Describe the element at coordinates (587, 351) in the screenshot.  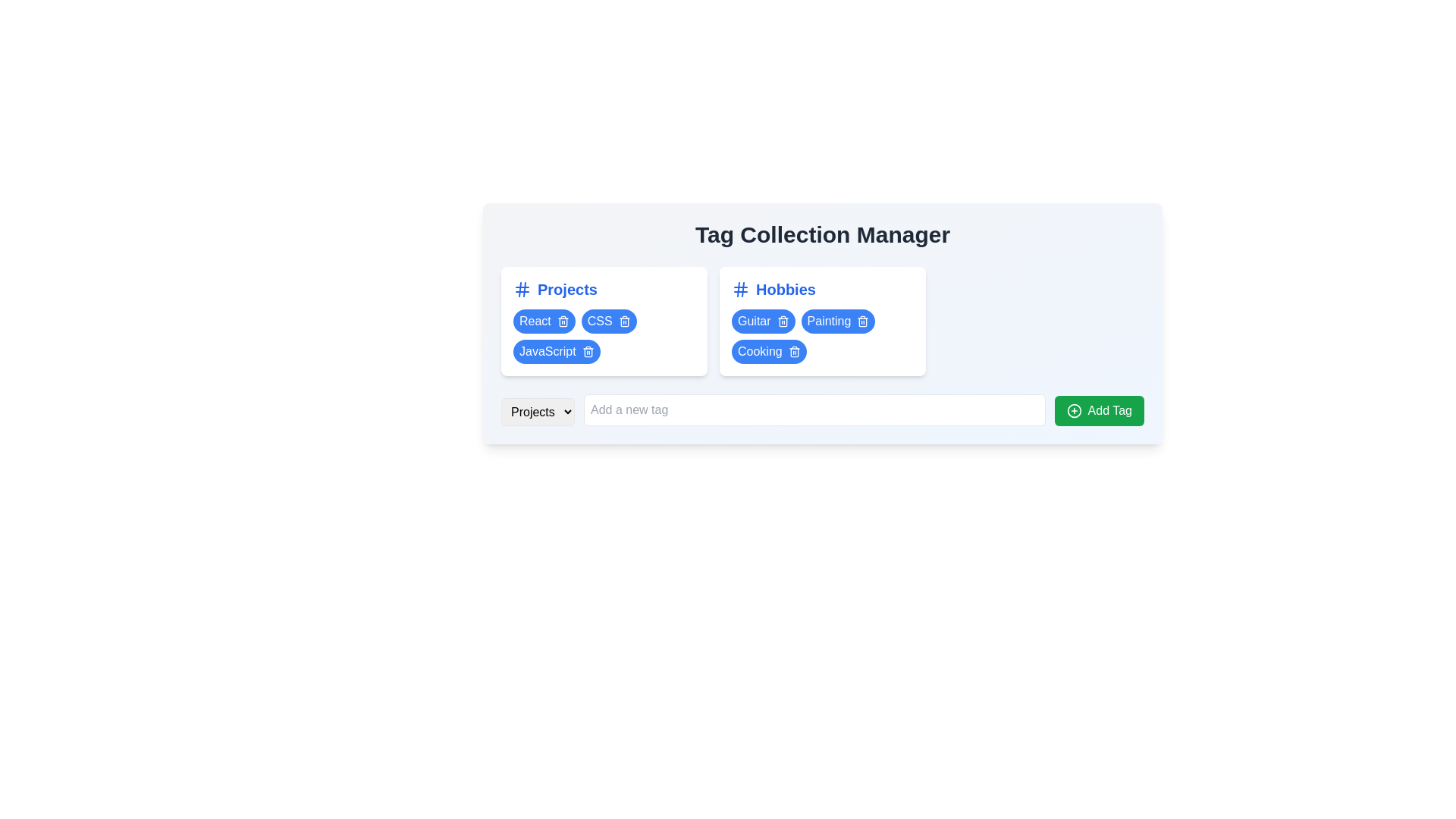
I see `the delete button positioned at the rightmost side of the 'JavaScript' tag in the 'Projects' section` at that location.